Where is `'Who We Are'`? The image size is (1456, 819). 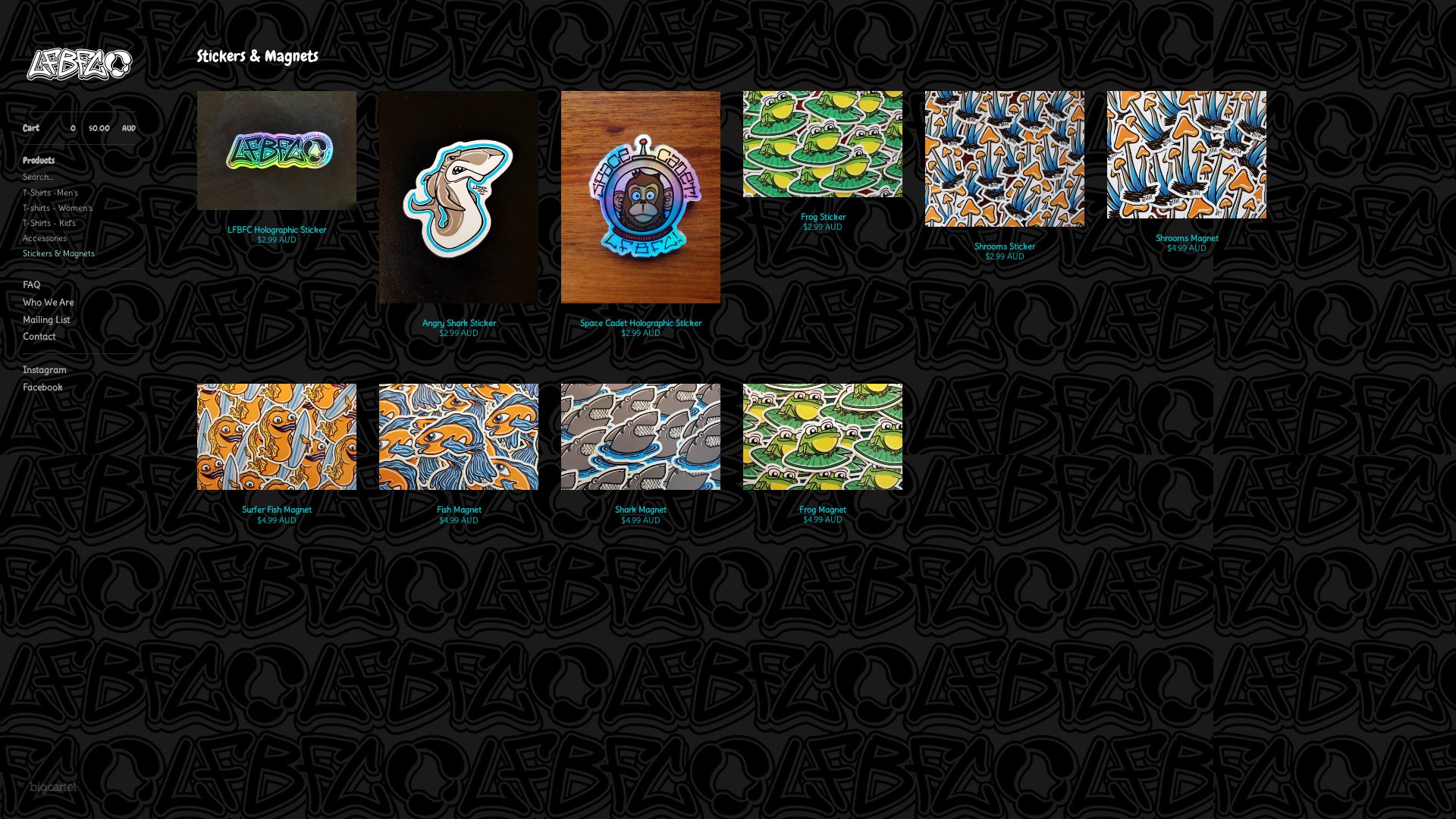
'Who We Are' is located at coordinates (78, 303).